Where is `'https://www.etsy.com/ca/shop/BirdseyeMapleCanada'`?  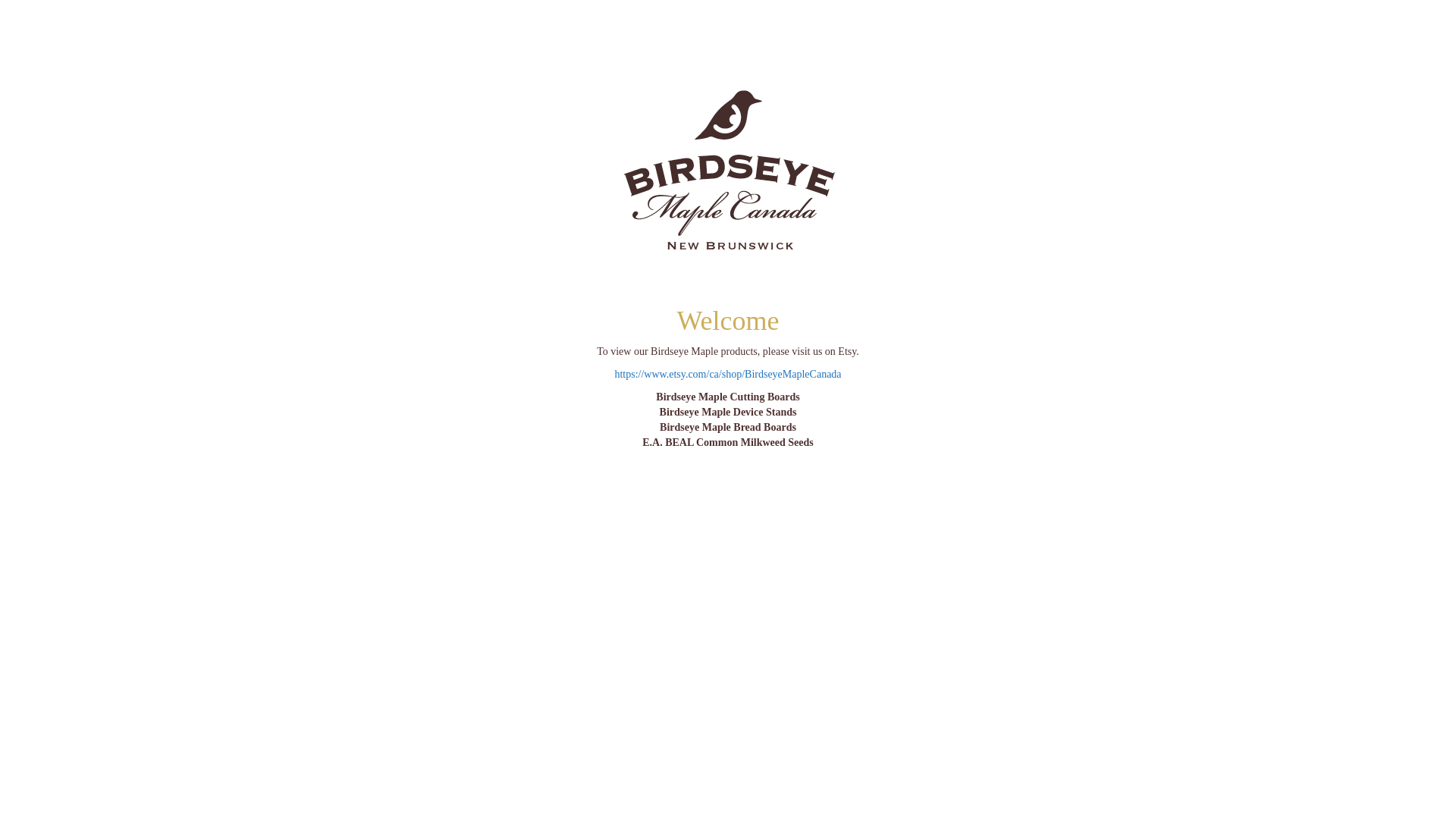 'https://www.etsy.com/ca/shop/BirdseyeMapleCanada' is located at coordinates (726, 374).